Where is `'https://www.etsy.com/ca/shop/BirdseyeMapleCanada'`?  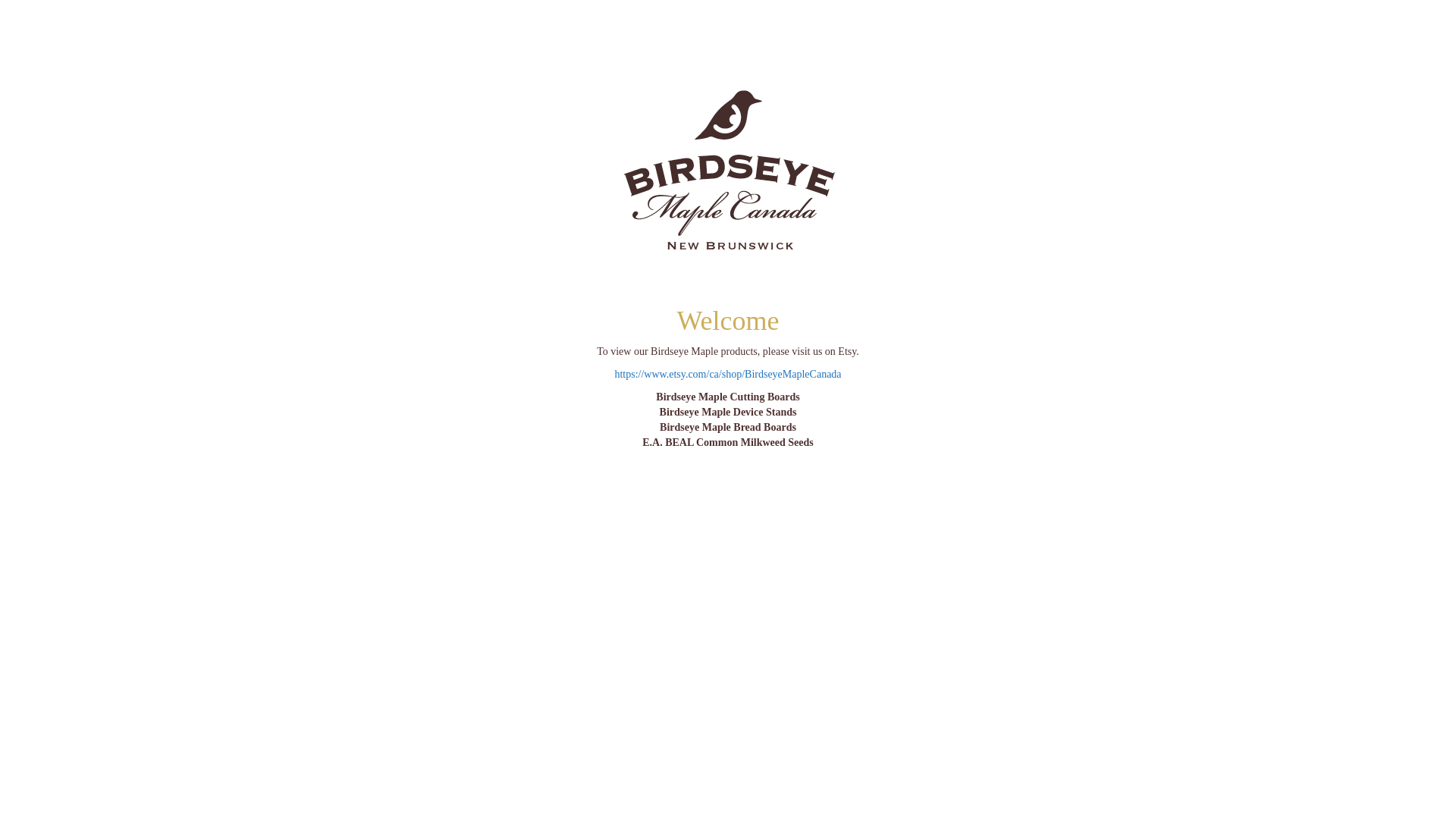 'https://www.etsy.com/ca/shop/BirdseyeMapleCanada' is located at coordinates (726, 374).